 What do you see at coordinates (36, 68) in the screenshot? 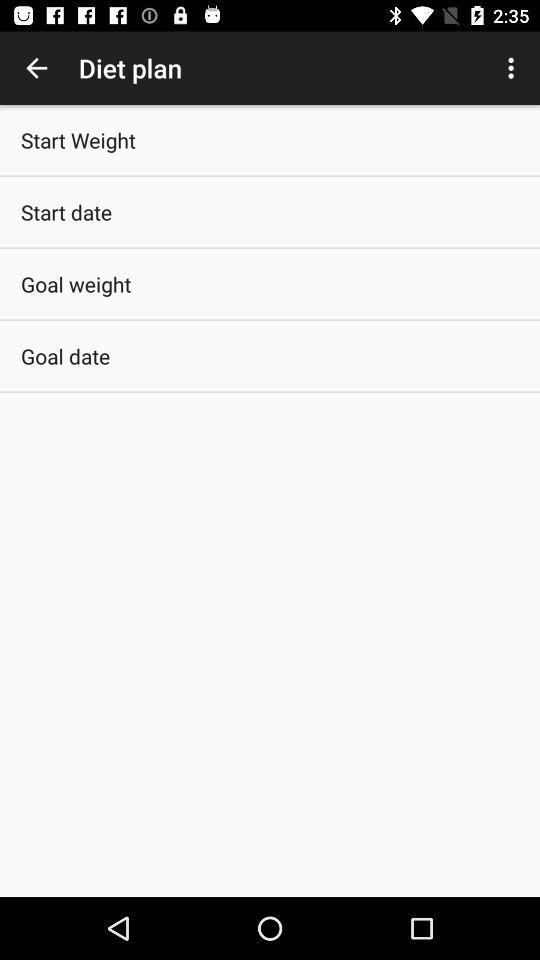
I see `app next to the diet plan app` at bounding box center [36, 68].